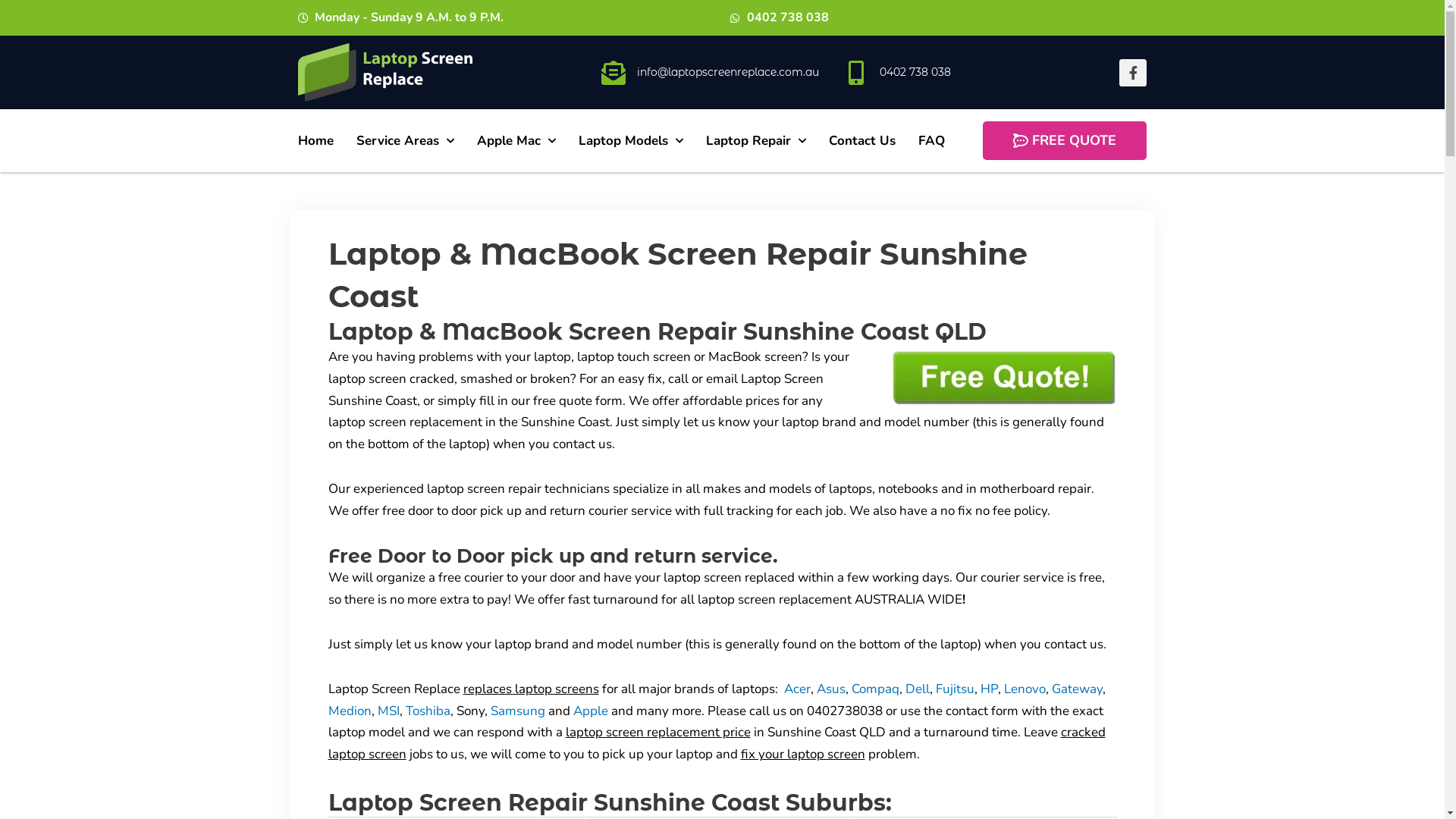  Describe the element at coordinates (783, 689) in the screenshot. I see `'Acer'` at that location.